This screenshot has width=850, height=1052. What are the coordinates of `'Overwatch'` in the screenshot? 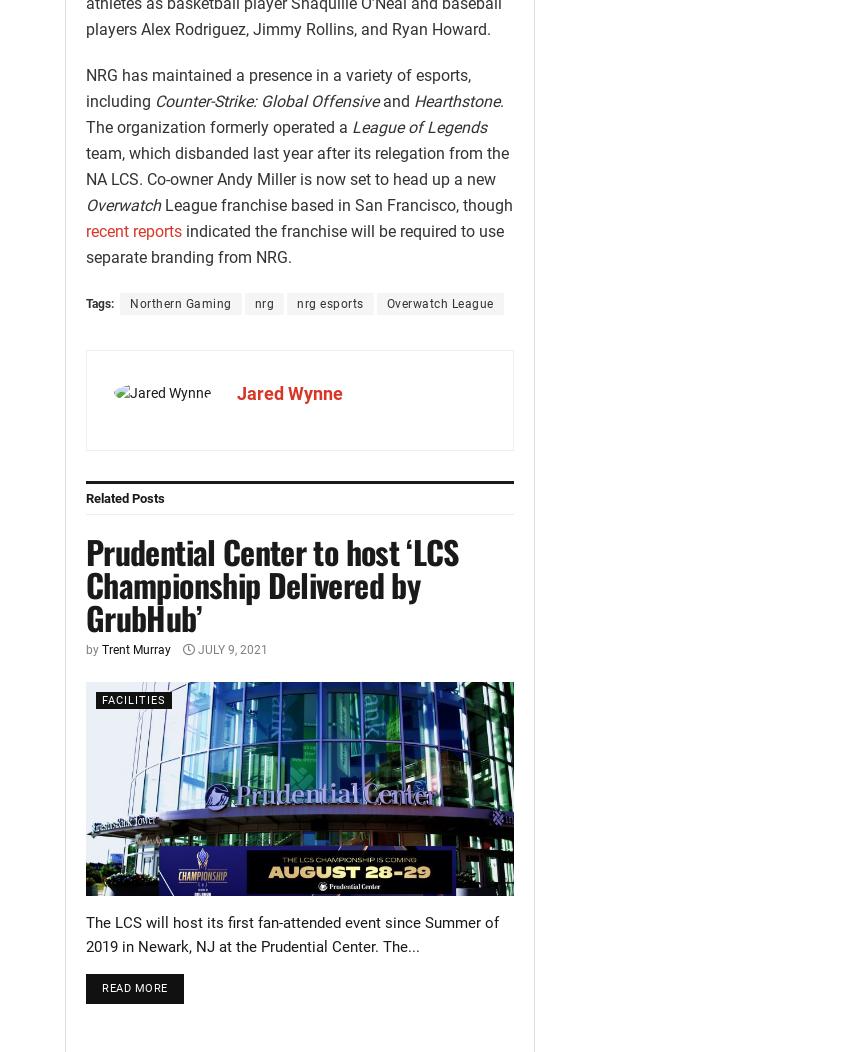 It's located at (122, 204).